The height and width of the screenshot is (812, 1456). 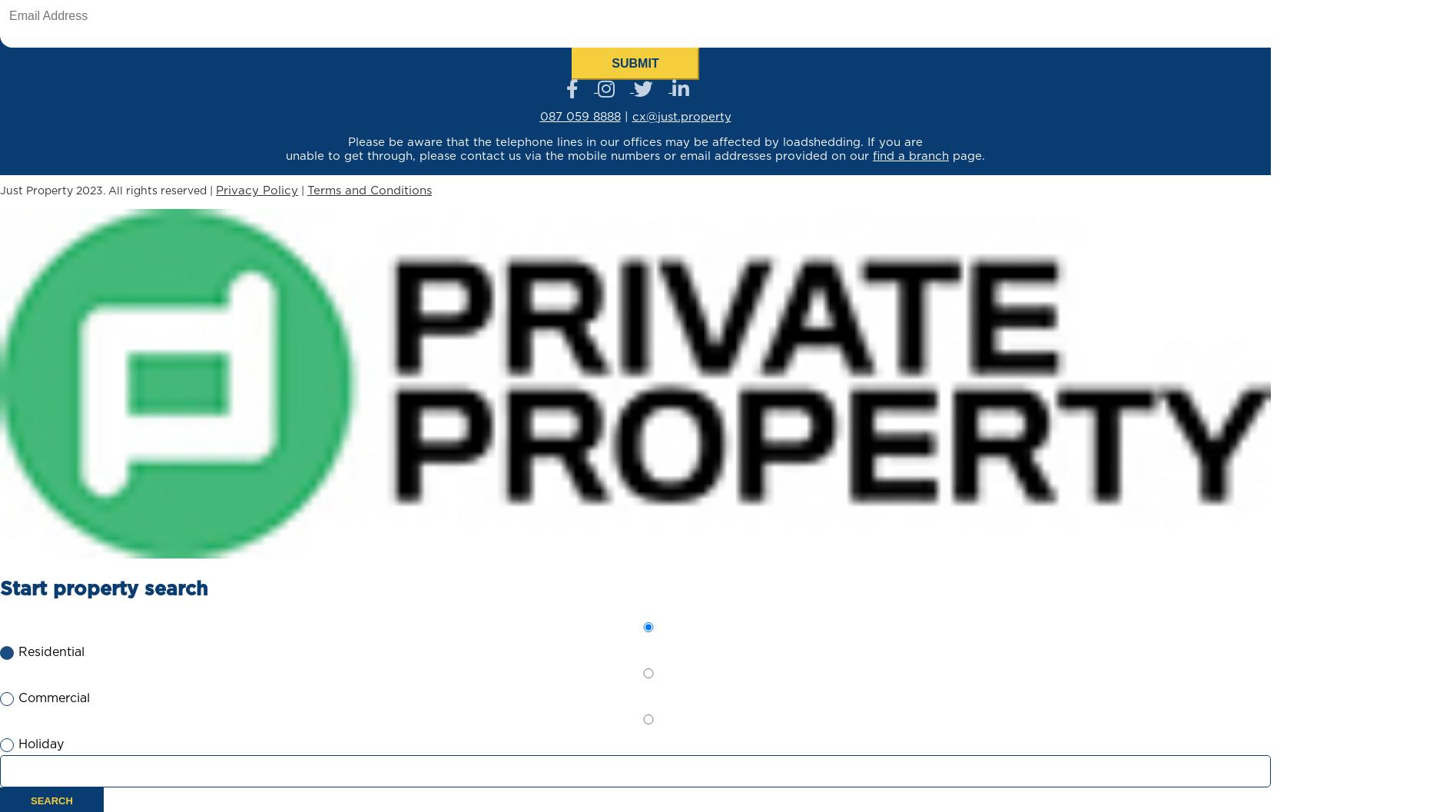 I want to click on 'Please be aware that the telephone lines in our offices may be affected by loadshedding. If you are', so click(x=634, y=142).